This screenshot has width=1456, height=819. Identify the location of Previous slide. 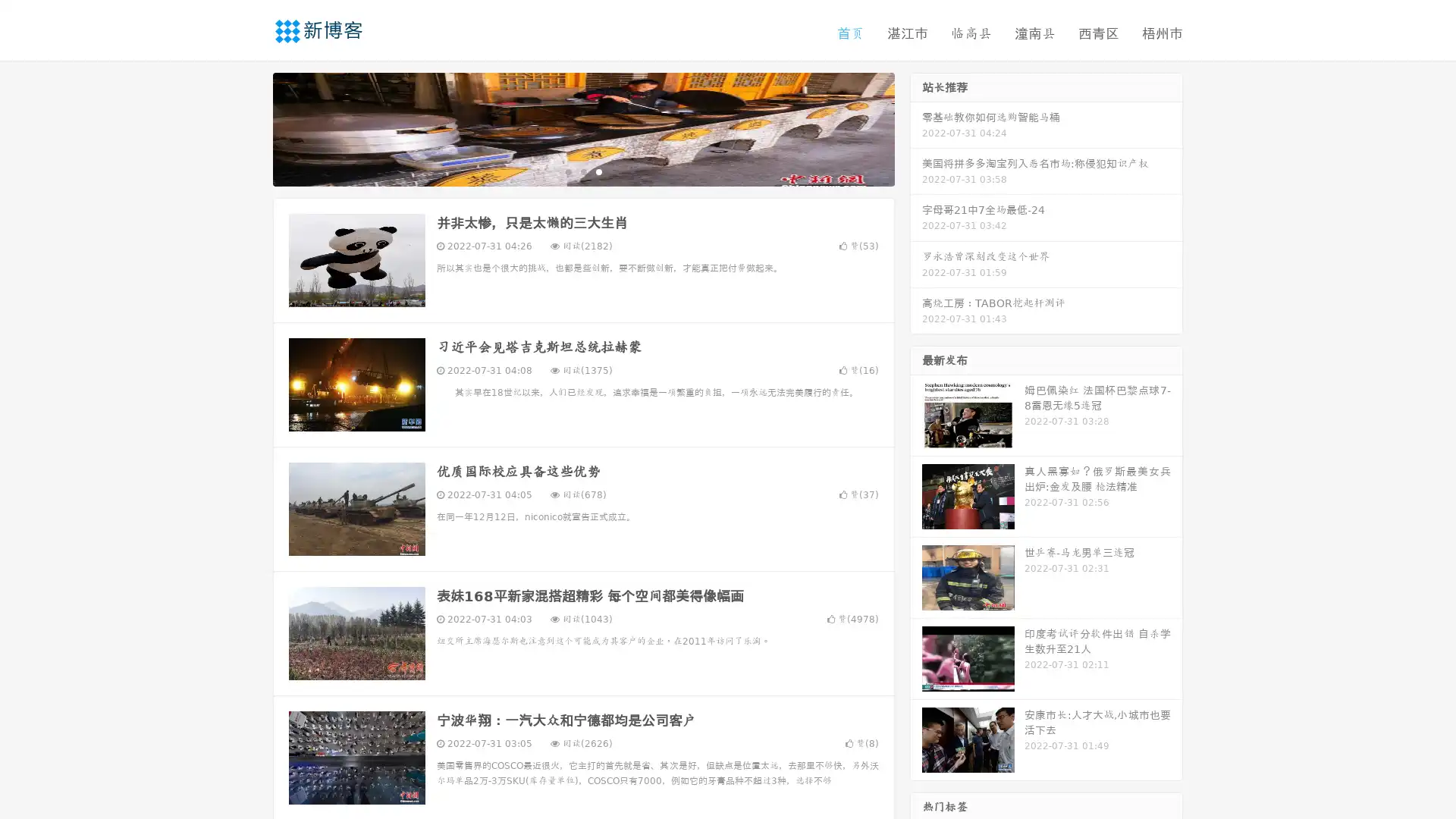
(250, 127).